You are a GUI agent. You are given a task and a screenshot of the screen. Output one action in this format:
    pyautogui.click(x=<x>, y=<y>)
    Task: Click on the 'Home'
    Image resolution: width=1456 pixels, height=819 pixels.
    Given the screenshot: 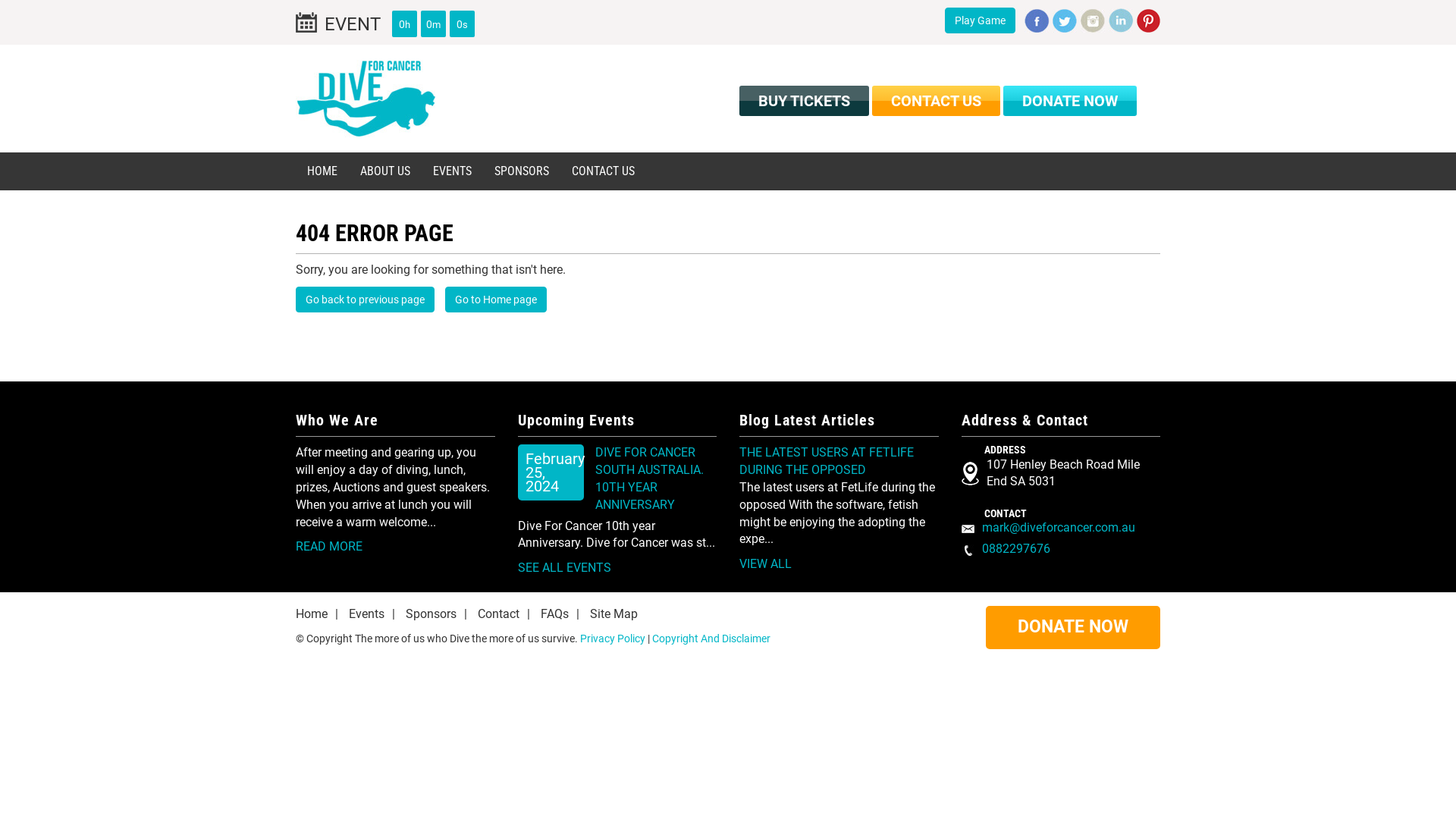 What is the action you would take?
    pyautogui.click(x=311, y=614)
    